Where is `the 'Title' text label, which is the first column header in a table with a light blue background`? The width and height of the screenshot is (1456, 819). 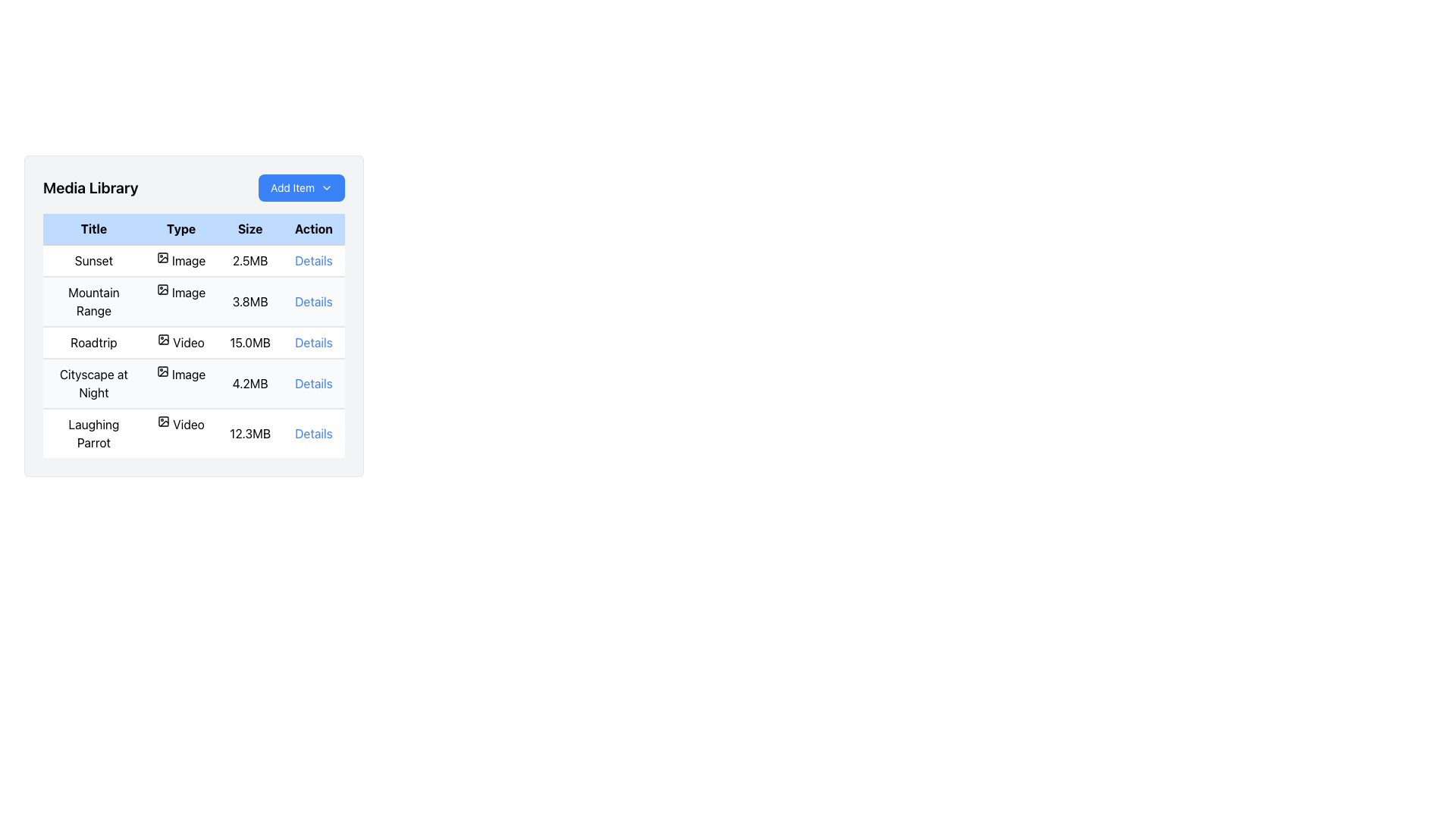
the 'Title' text label, which is the first column header in a table with a light blue background is located at coordinates (93, 229).